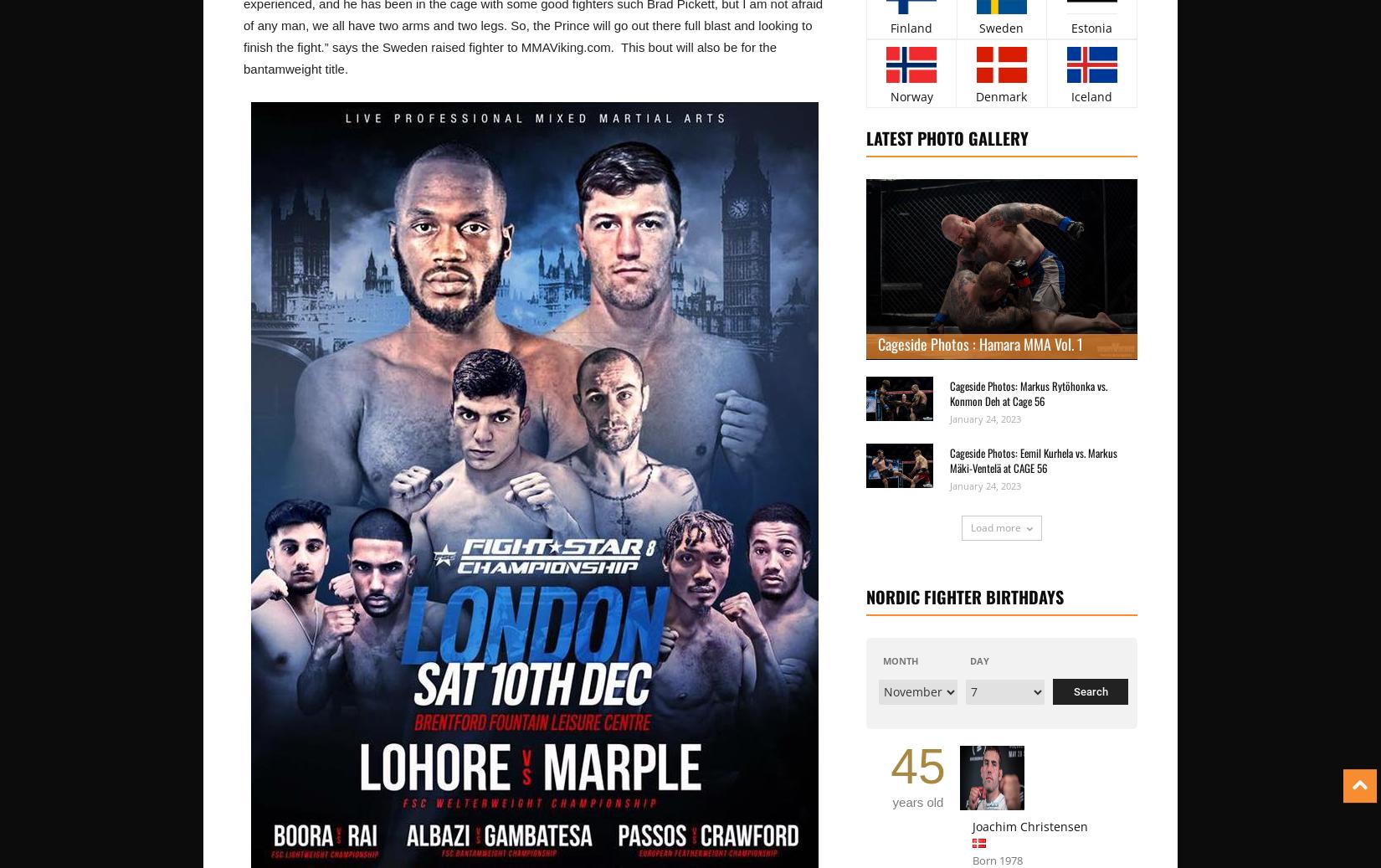 The image size is (1381, 868). Describe the element at coordinates (1001, 26) in the screenshot. I see `'Sweden'` at that location.